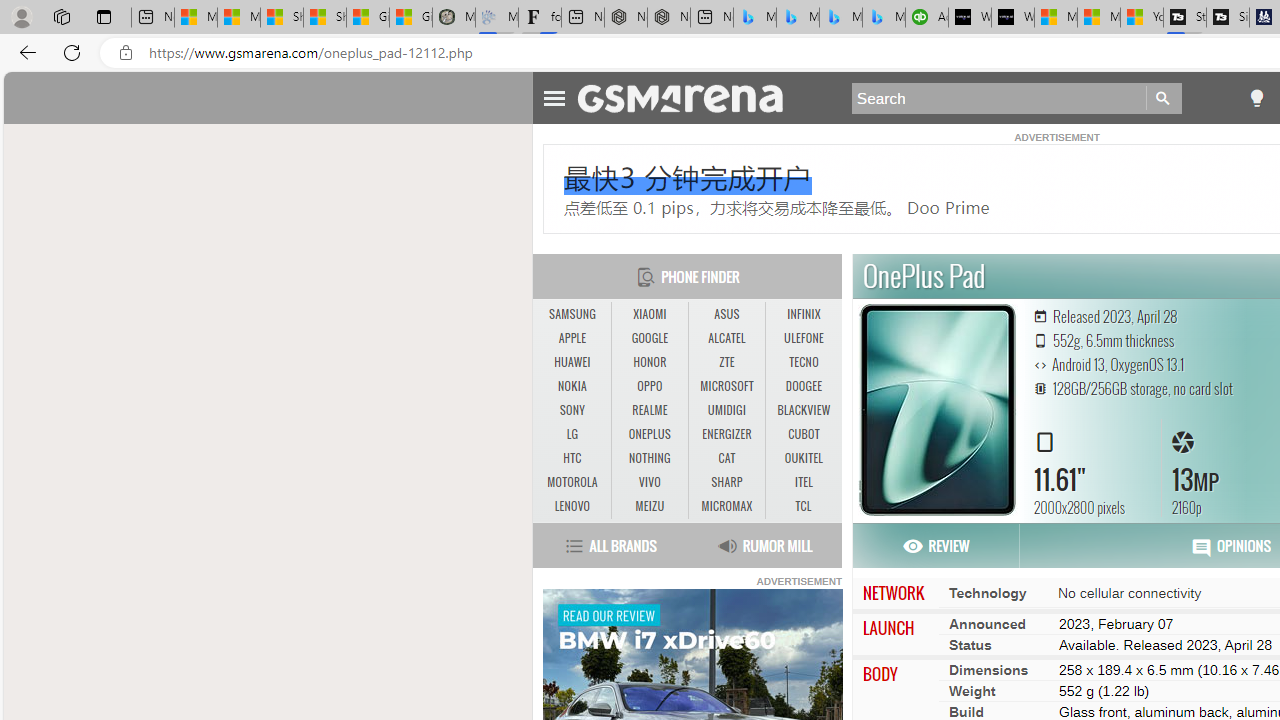 Image resolution: width=1280 pixels, height=720 pixels. I want to click on 'LG', so click(571, 433).